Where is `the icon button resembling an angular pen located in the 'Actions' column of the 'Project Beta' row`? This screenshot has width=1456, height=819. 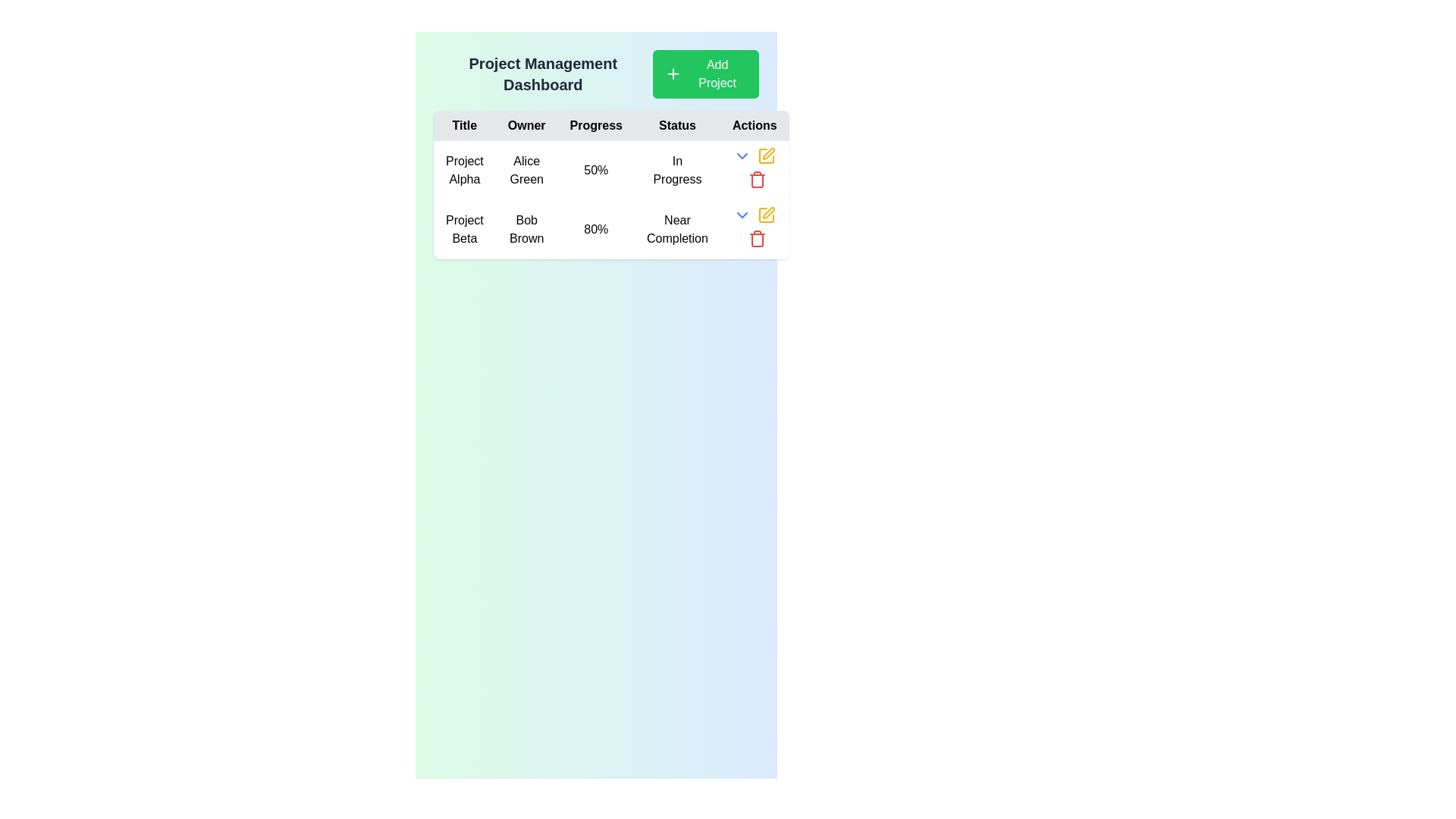 the icon button resembling an angular pen located in the 'Actions' column of the 'Project Beta' row is located at coordinates (769, 154).